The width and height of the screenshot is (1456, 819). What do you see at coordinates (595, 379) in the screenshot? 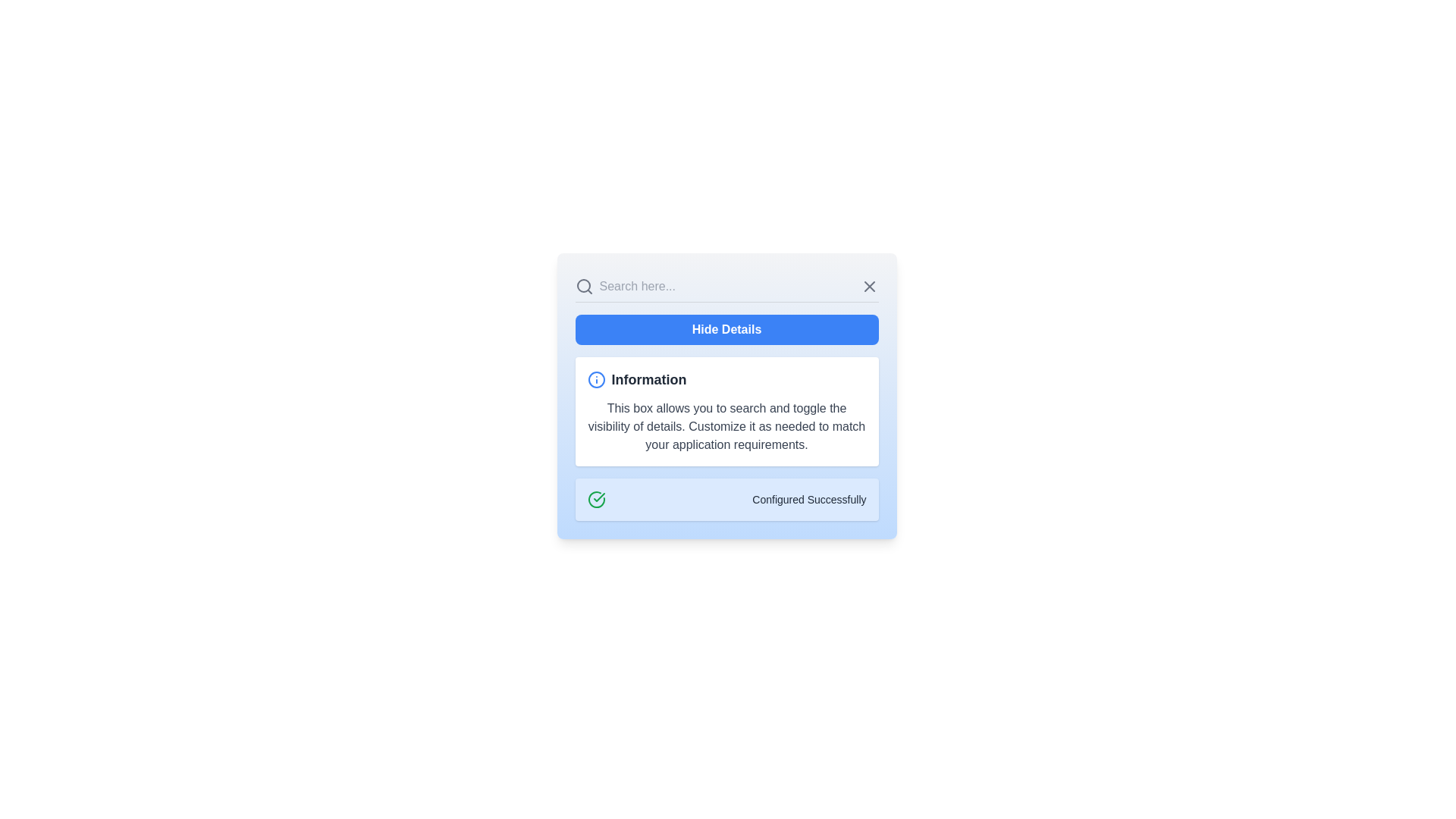
I see `the Circle SVG component within the icon that represents an informational state, located near the top-left corner of a card-like component, next to the text labeled 'Information.'` at bounding box center [595, 379].